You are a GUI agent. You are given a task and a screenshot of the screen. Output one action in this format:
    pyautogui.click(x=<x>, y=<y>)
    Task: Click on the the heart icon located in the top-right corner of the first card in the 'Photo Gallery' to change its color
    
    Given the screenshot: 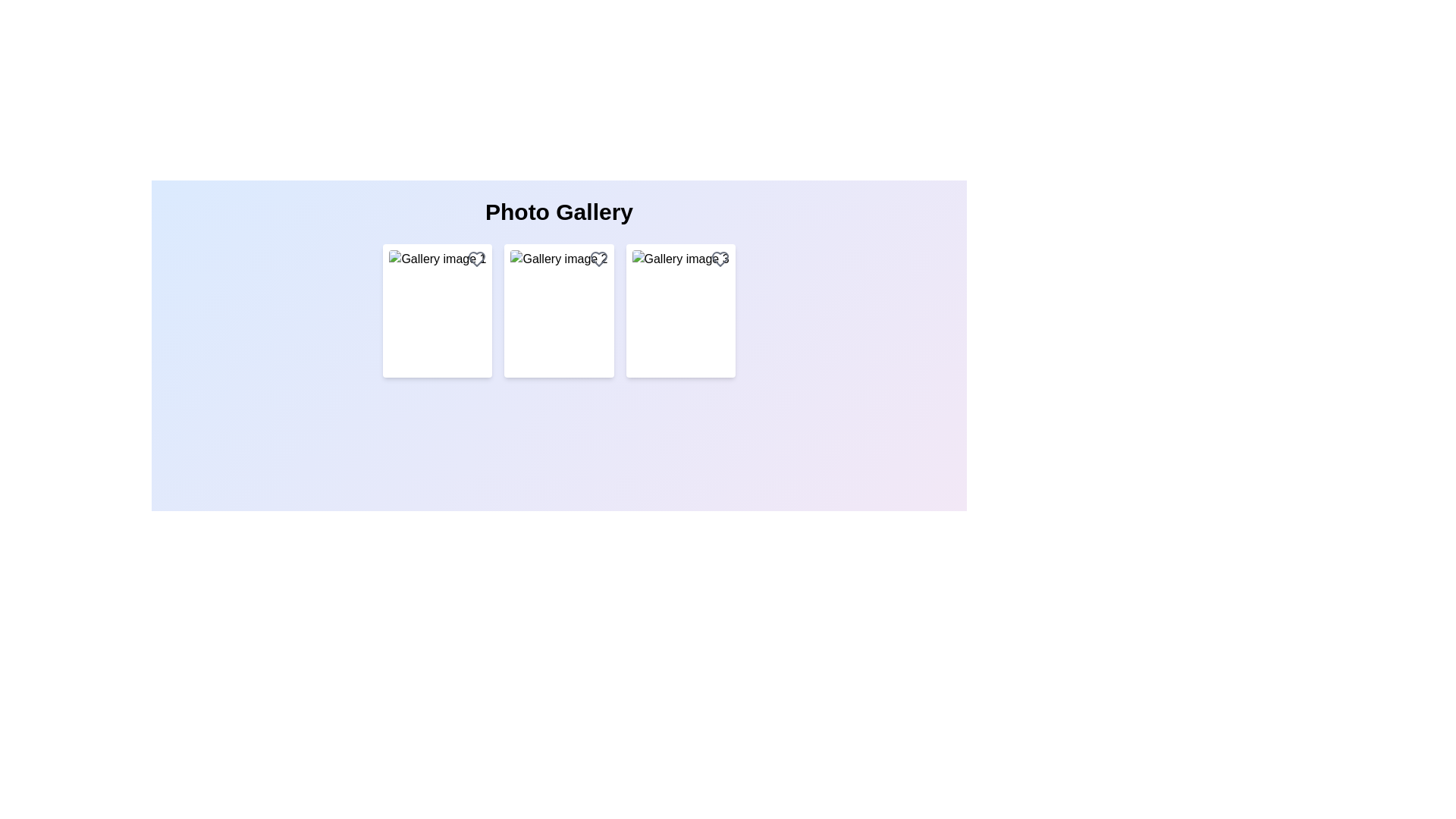 What is the action you would take?
    pyautogui.click(x=476, y=259)
    